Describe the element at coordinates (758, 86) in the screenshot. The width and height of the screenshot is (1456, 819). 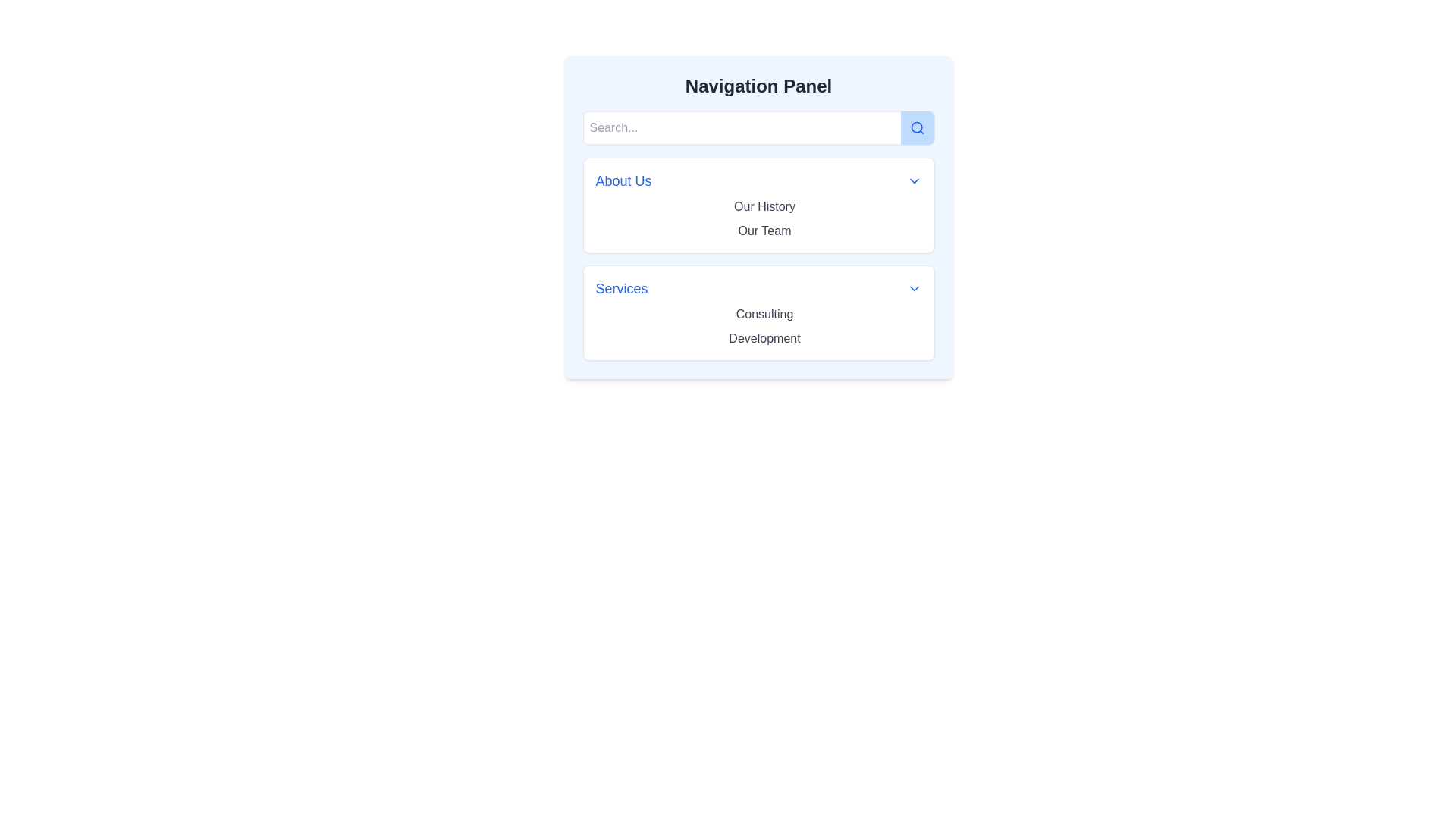
I see `the bold text header labeled 'Navigation Panel' that is centrally aligned at the top of a card-like area` at that location.